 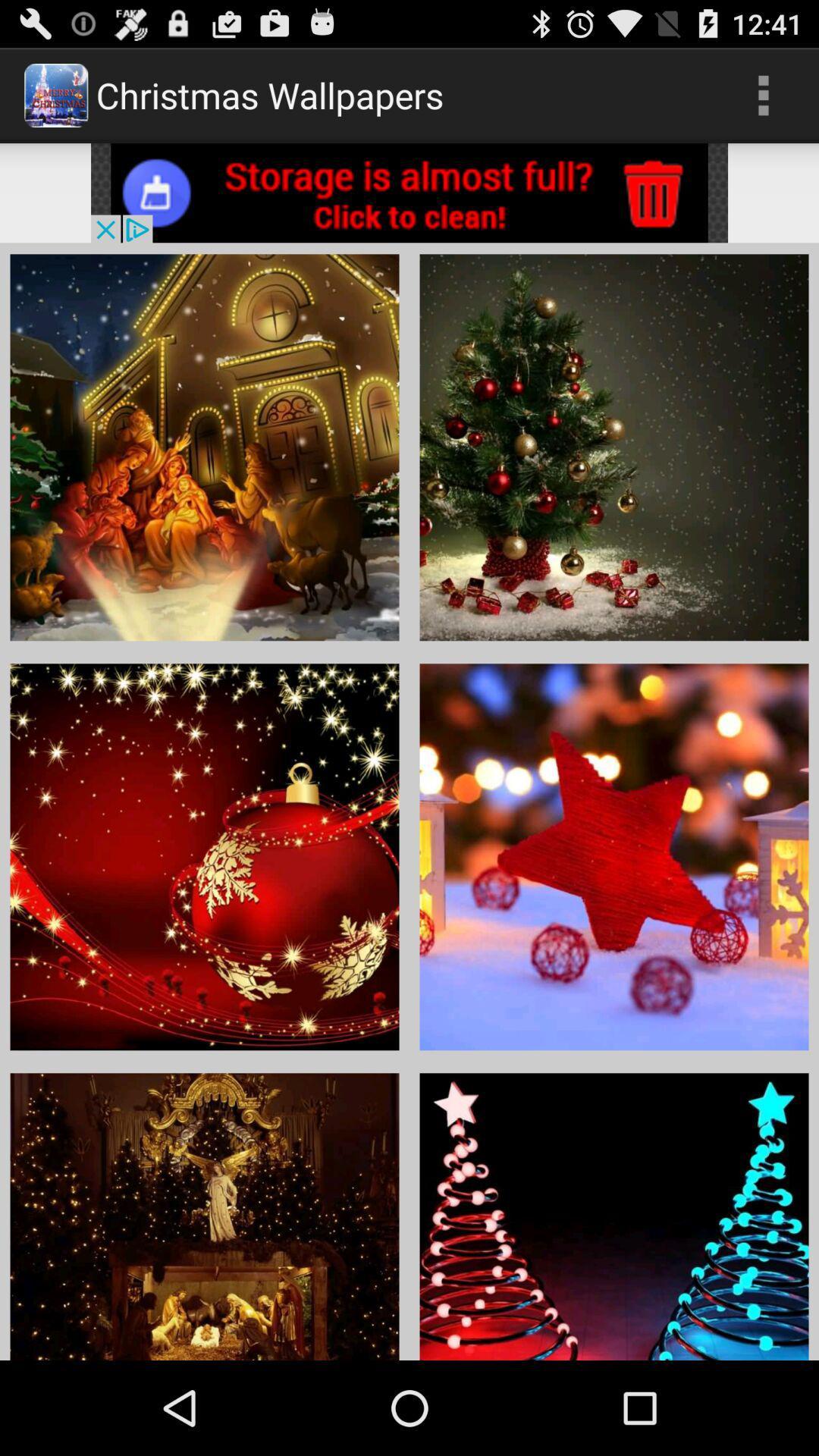 What do you see at coordinates (409, 192) in the screenshot?
I see `delete` at bounding box center [409, 192].